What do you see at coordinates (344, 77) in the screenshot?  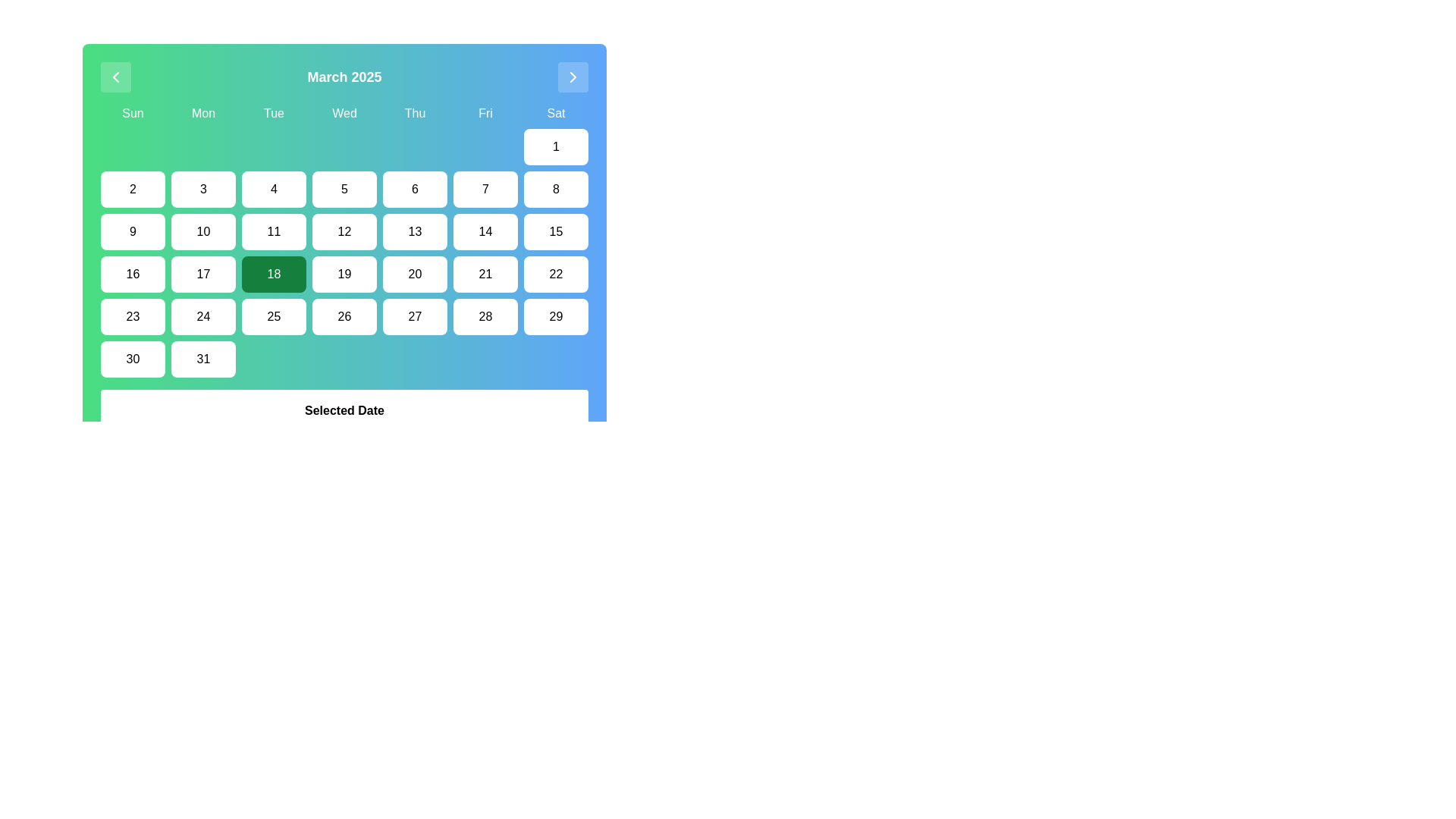 I see `the text label displaying 'March 2025' in bold, large white font, located in the header section of the calendar interface` at bounding box center [344, 77].